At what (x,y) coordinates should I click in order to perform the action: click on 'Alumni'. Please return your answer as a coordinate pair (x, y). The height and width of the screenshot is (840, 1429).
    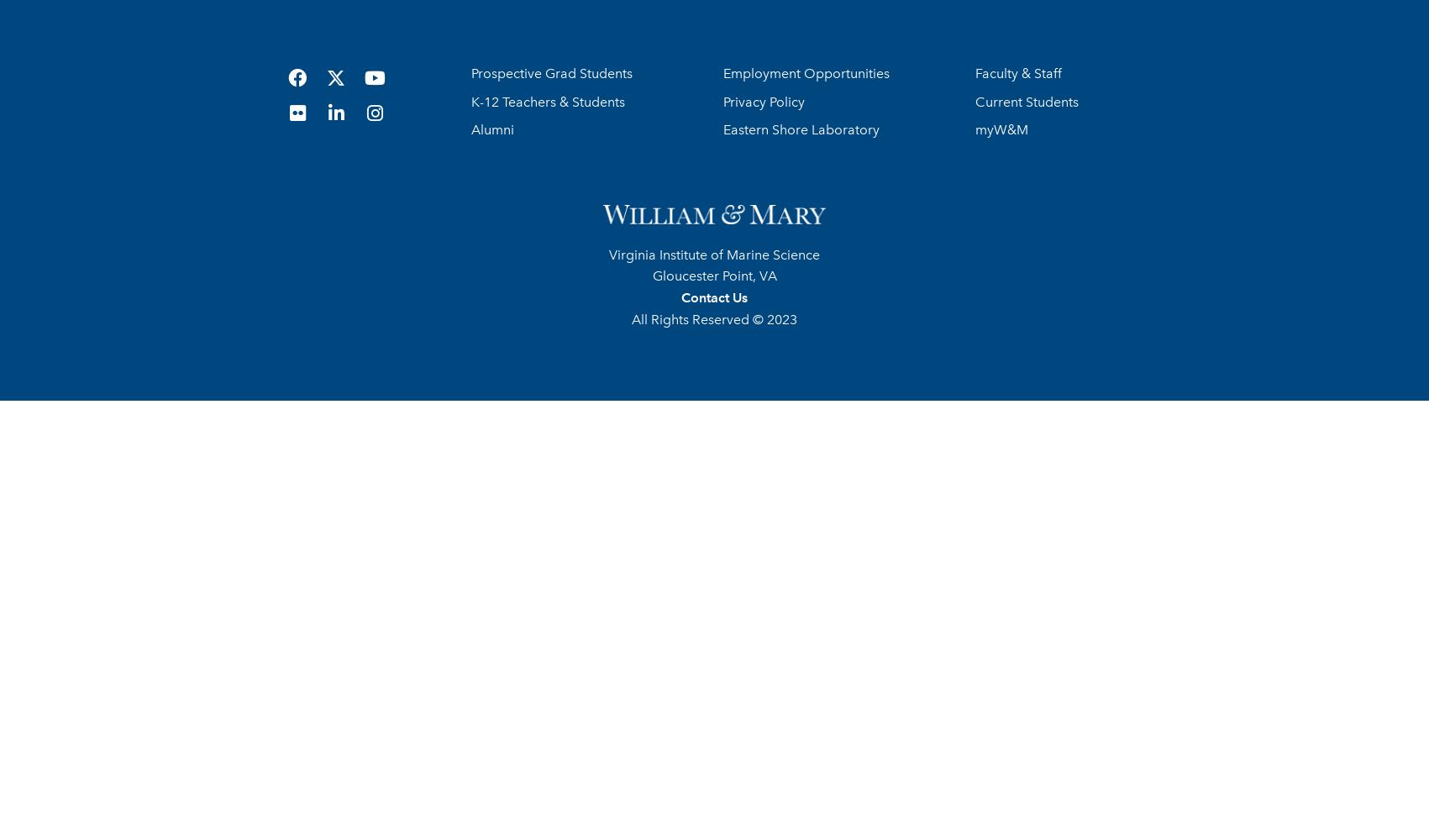
    Looking at the image, I should click on (491, 129).